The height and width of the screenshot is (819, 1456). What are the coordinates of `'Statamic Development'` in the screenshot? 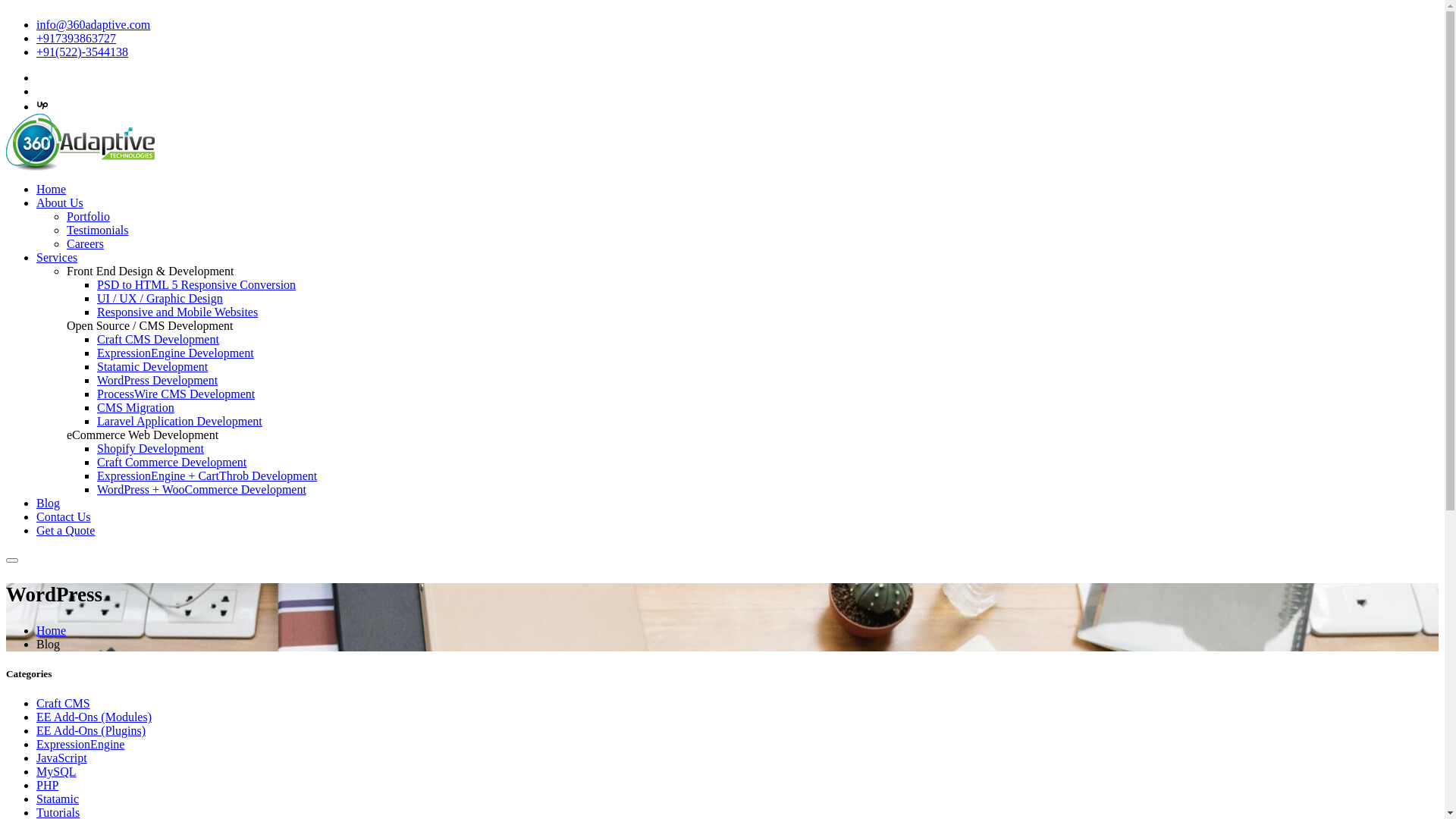 It's located at (152, 366).